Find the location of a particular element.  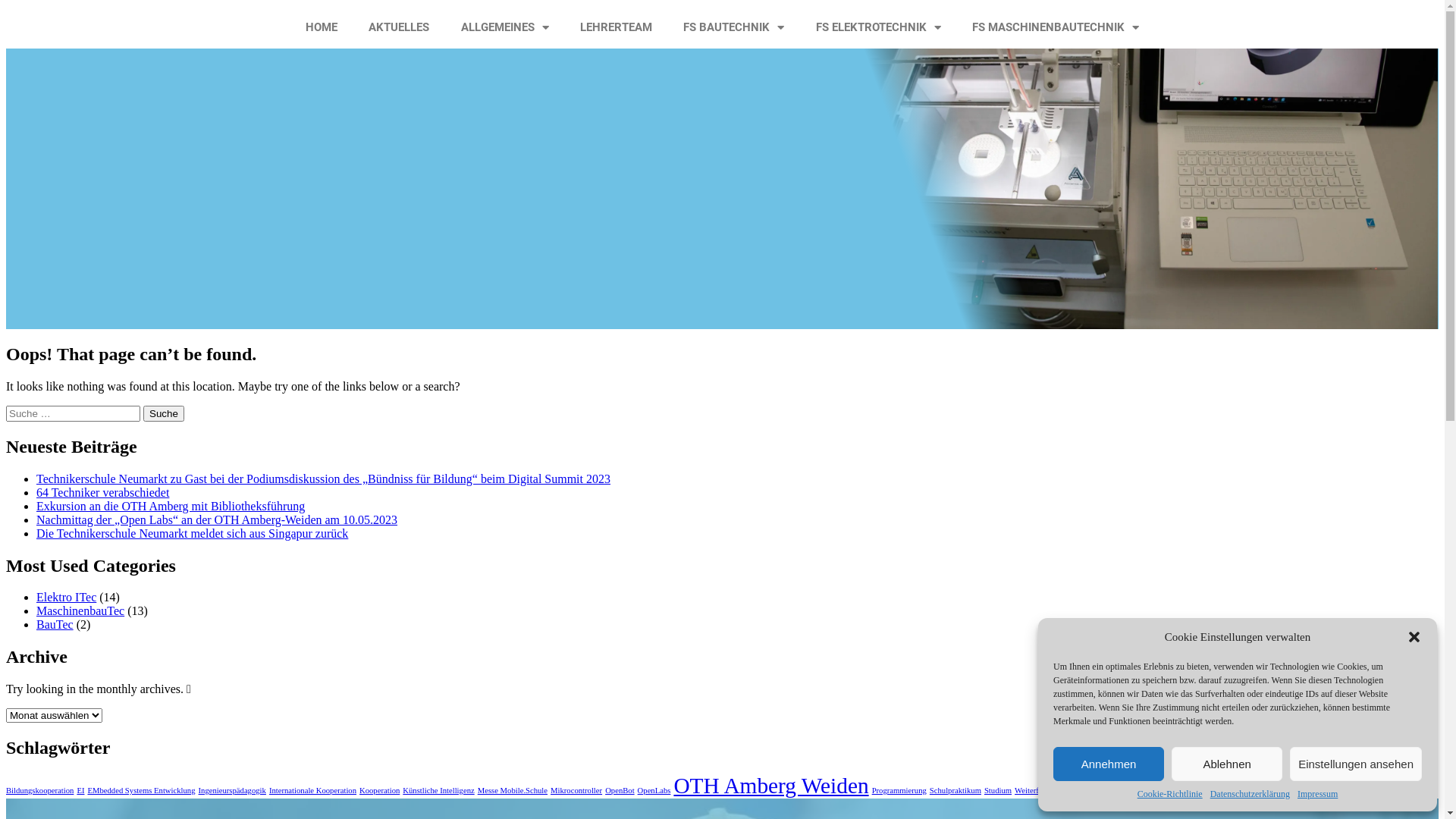

'Kooperation' is located at coordinates (379, 789).